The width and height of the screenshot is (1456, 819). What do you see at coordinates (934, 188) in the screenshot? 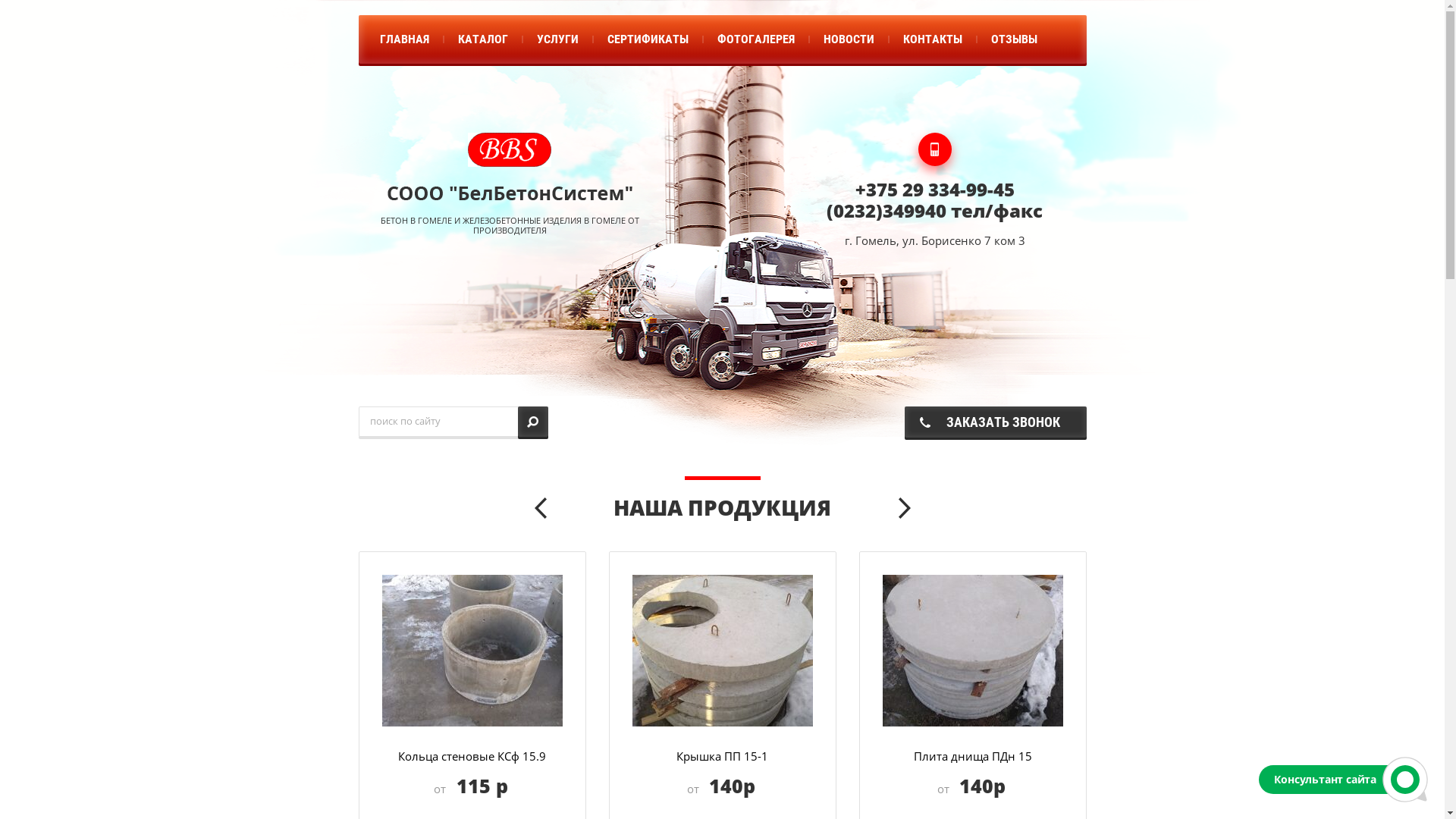
I see `'+375 29 334-99-45'` at bounding box center [934, 188].